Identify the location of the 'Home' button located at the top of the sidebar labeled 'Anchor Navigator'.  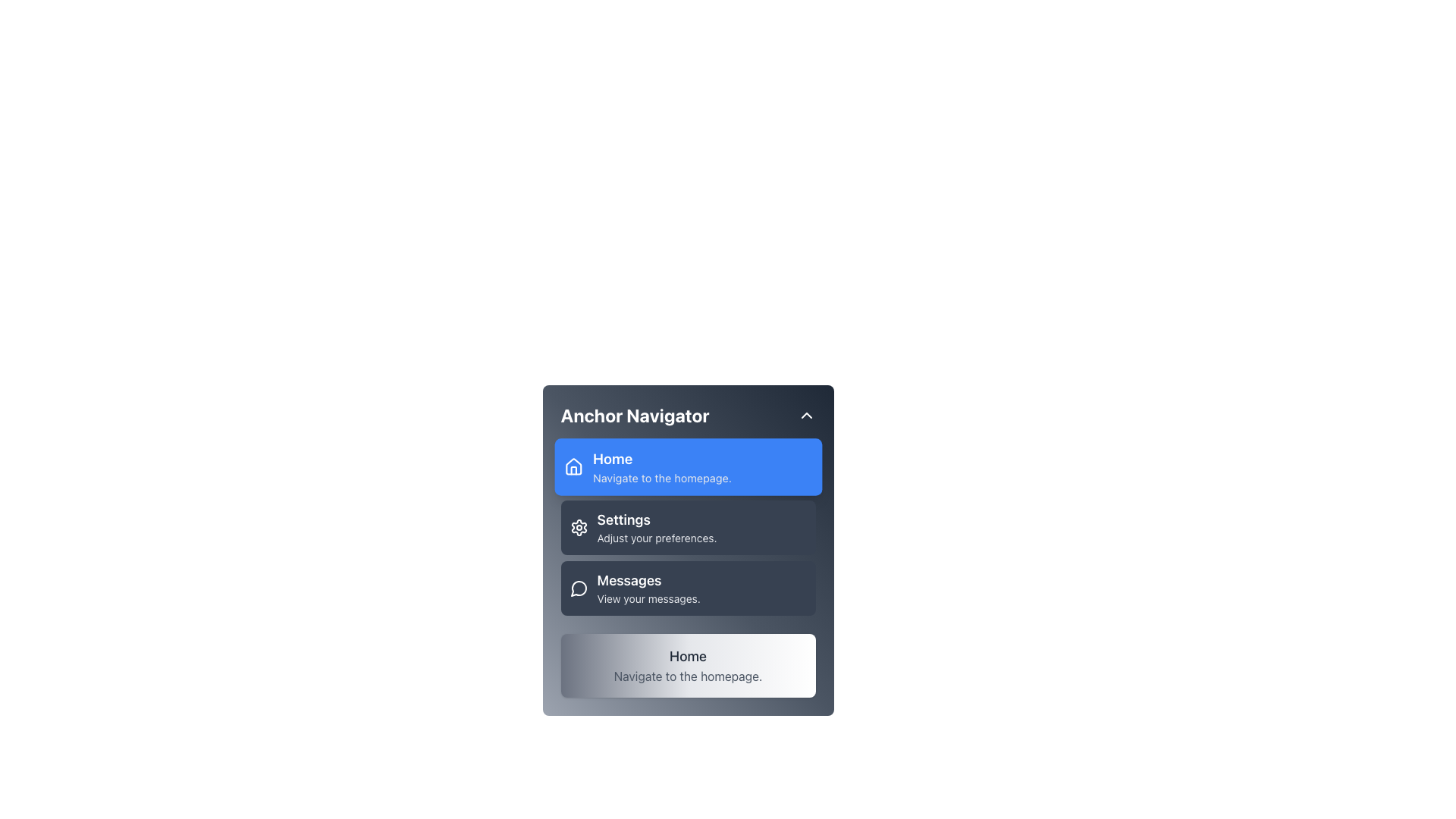
(687, 466).